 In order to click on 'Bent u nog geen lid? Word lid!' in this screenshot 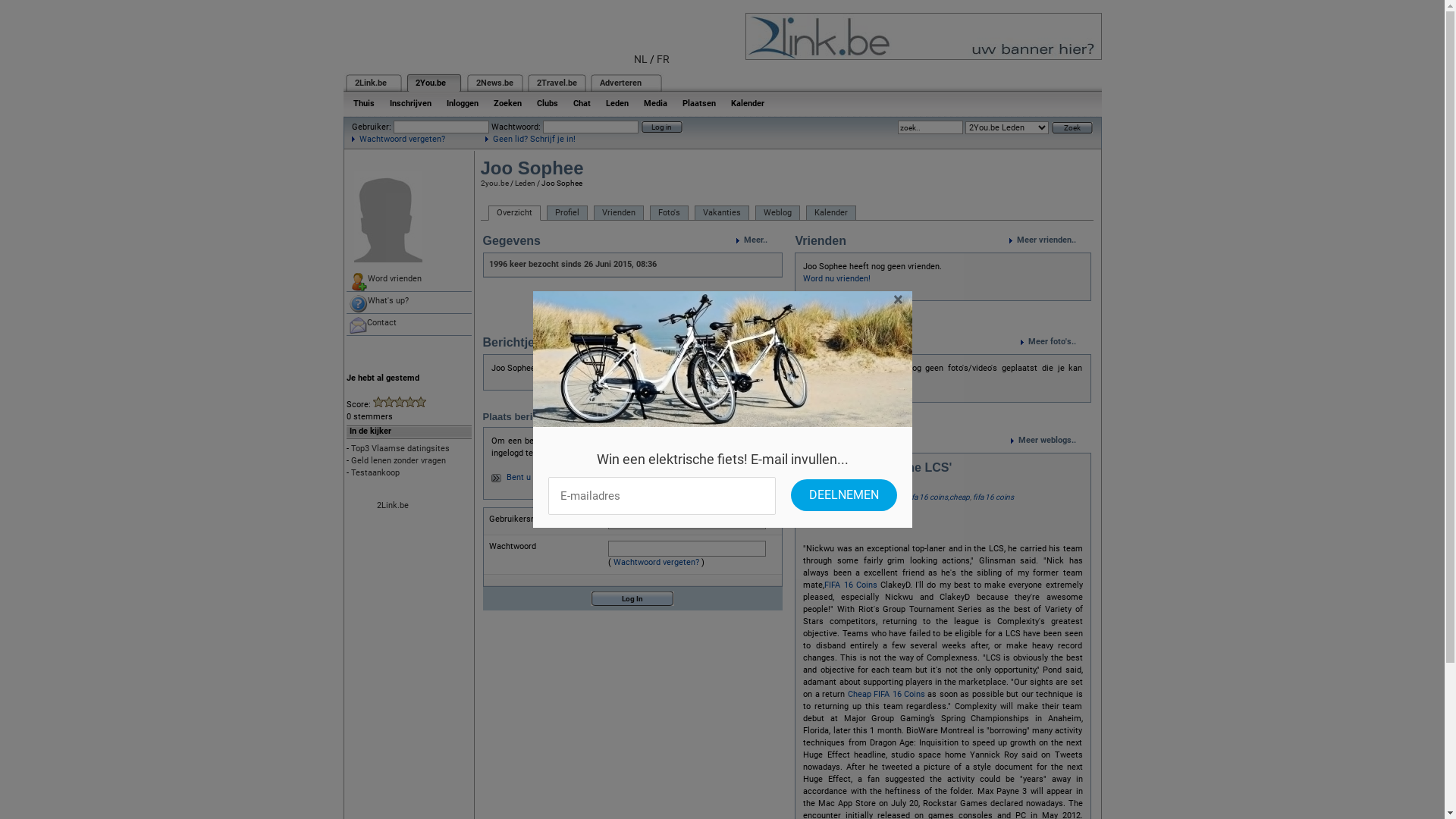, I will do `click(561, 476)`.